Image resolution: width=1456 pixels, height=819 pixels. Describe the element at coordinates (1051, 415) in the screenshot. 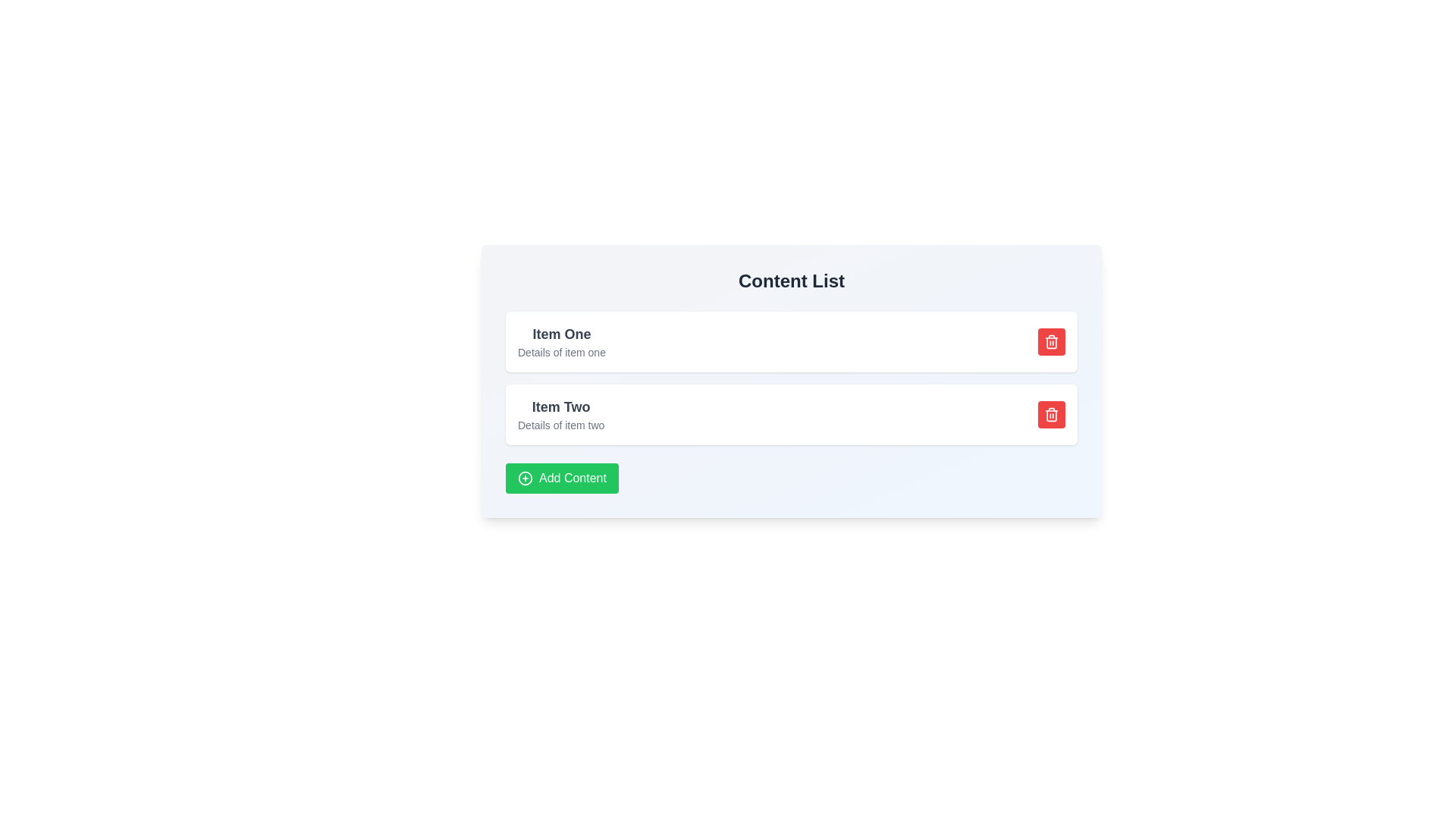

I see `the small red trash can icon inside the red button` at that location.